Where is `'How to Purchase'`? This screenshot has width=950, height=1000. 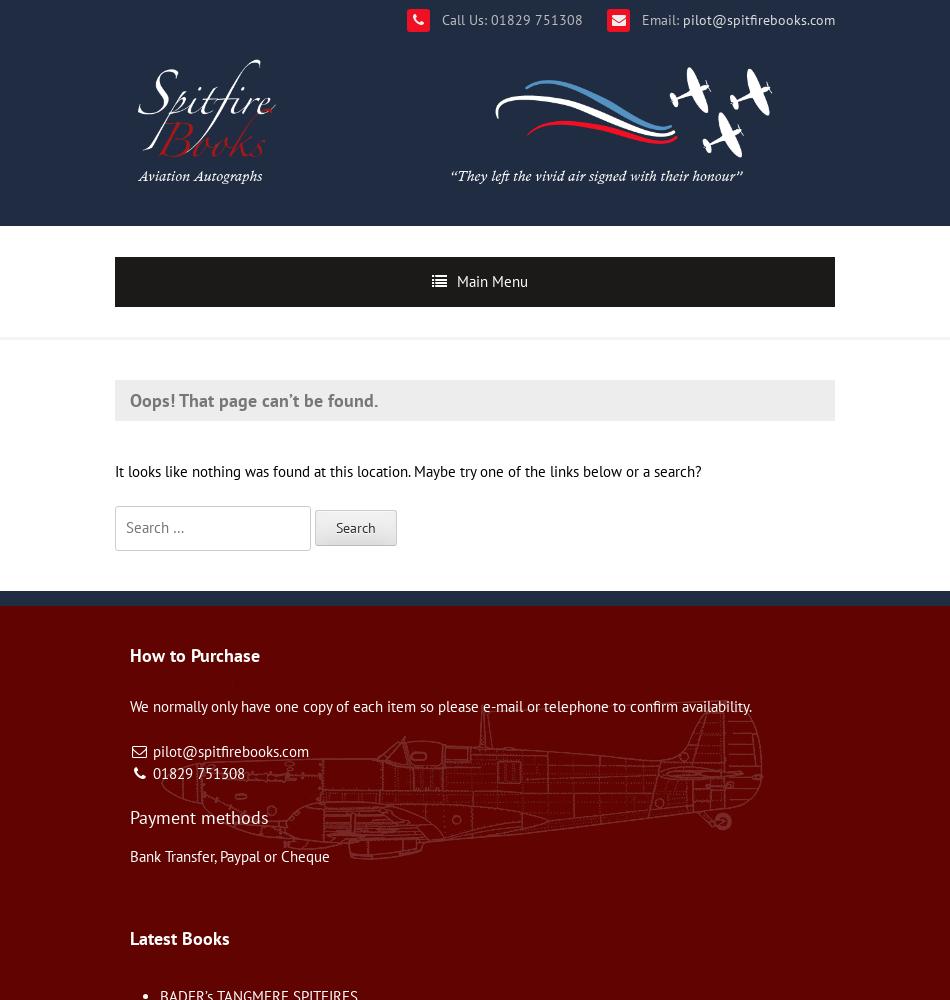
'How to Purchase' is located at coordinates (195, 654).